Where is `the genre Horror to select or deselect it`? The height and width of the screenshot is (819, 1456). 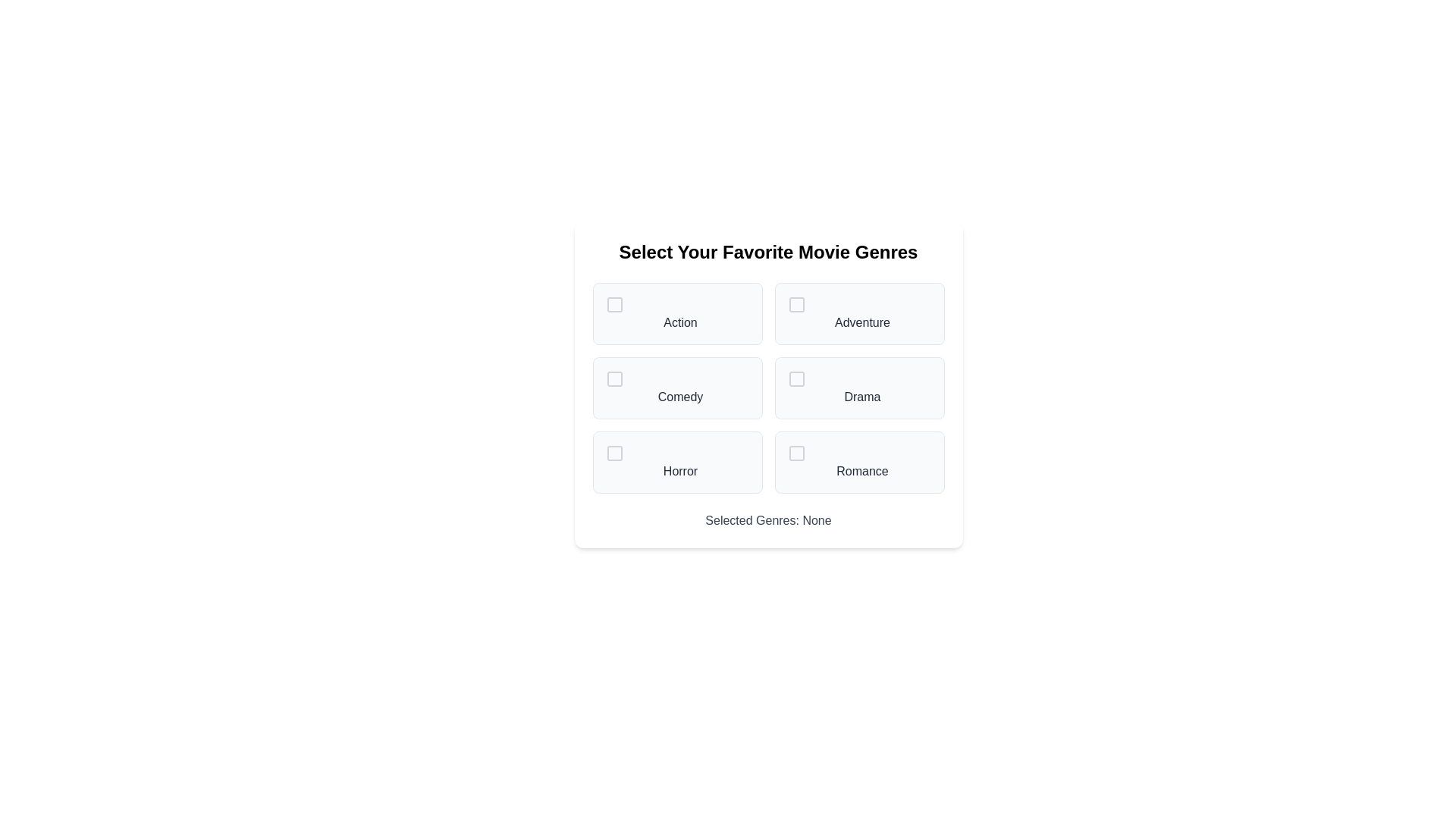 the genre Horror to select or deselect it is located at coordinates (676, 461).